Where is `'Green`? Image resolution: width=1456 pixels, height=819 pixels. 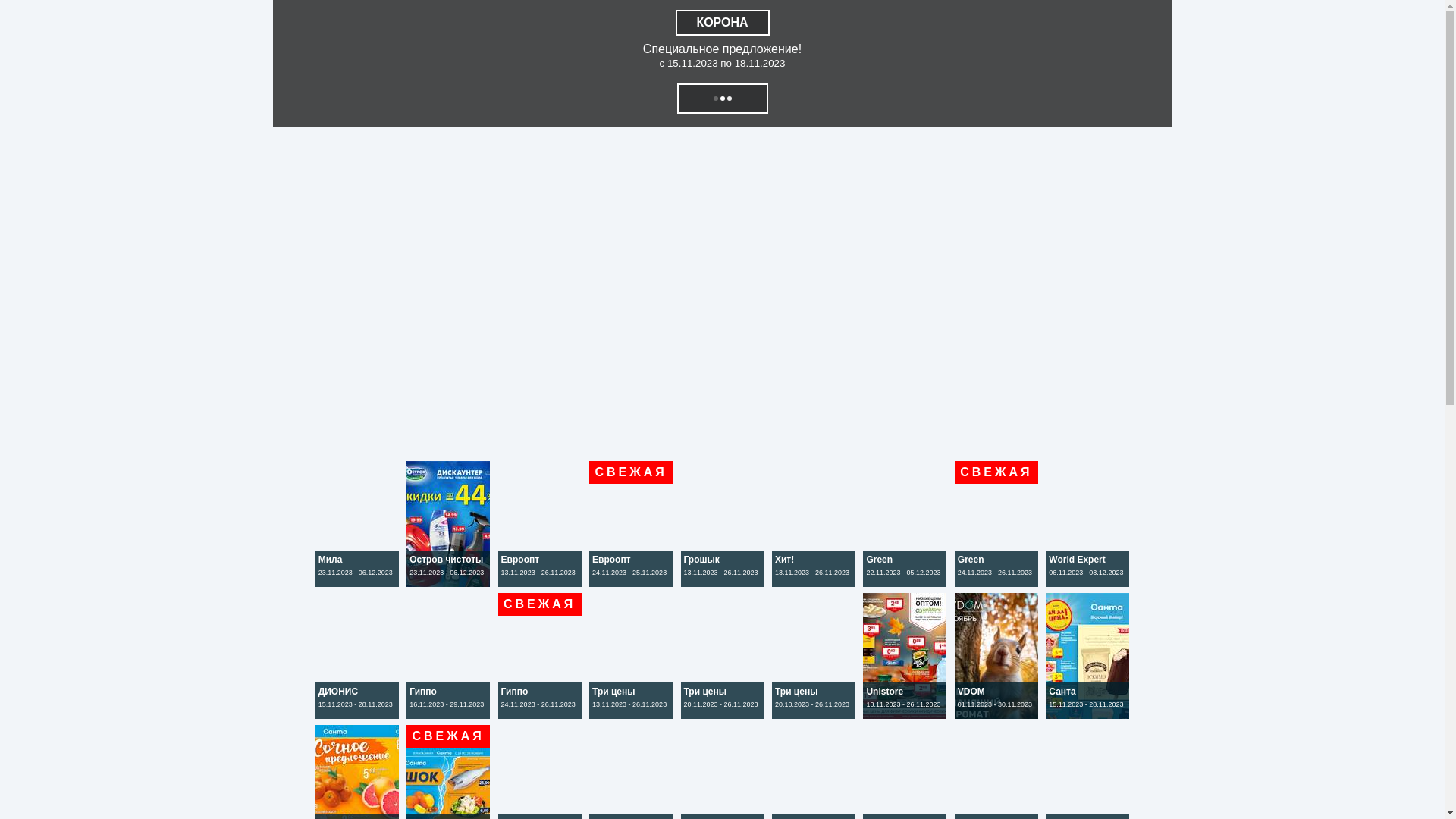
'Green is located at coordinates (906, 582).